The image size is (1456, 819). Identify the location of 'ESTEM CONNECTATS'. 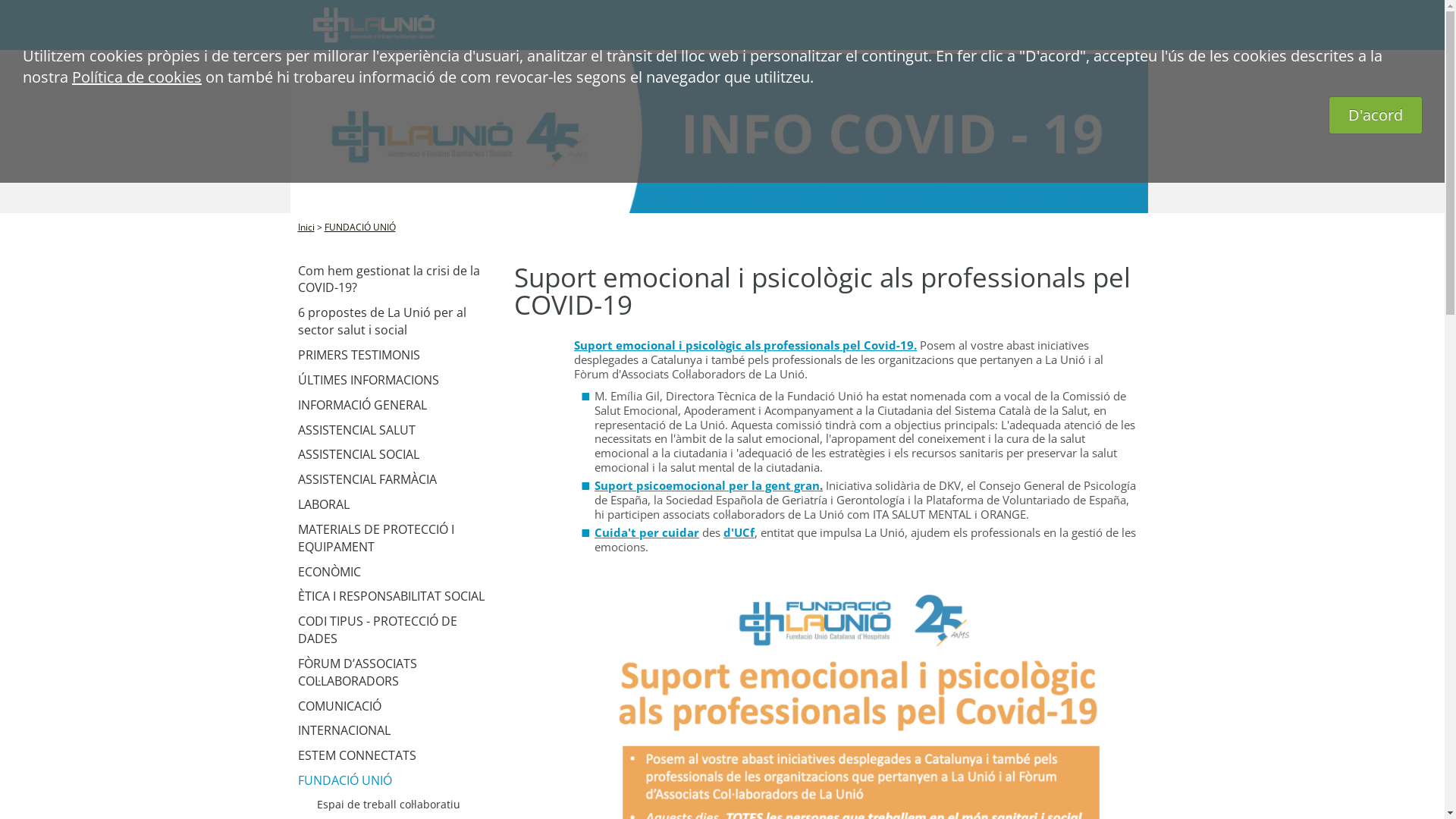
(397, 755).